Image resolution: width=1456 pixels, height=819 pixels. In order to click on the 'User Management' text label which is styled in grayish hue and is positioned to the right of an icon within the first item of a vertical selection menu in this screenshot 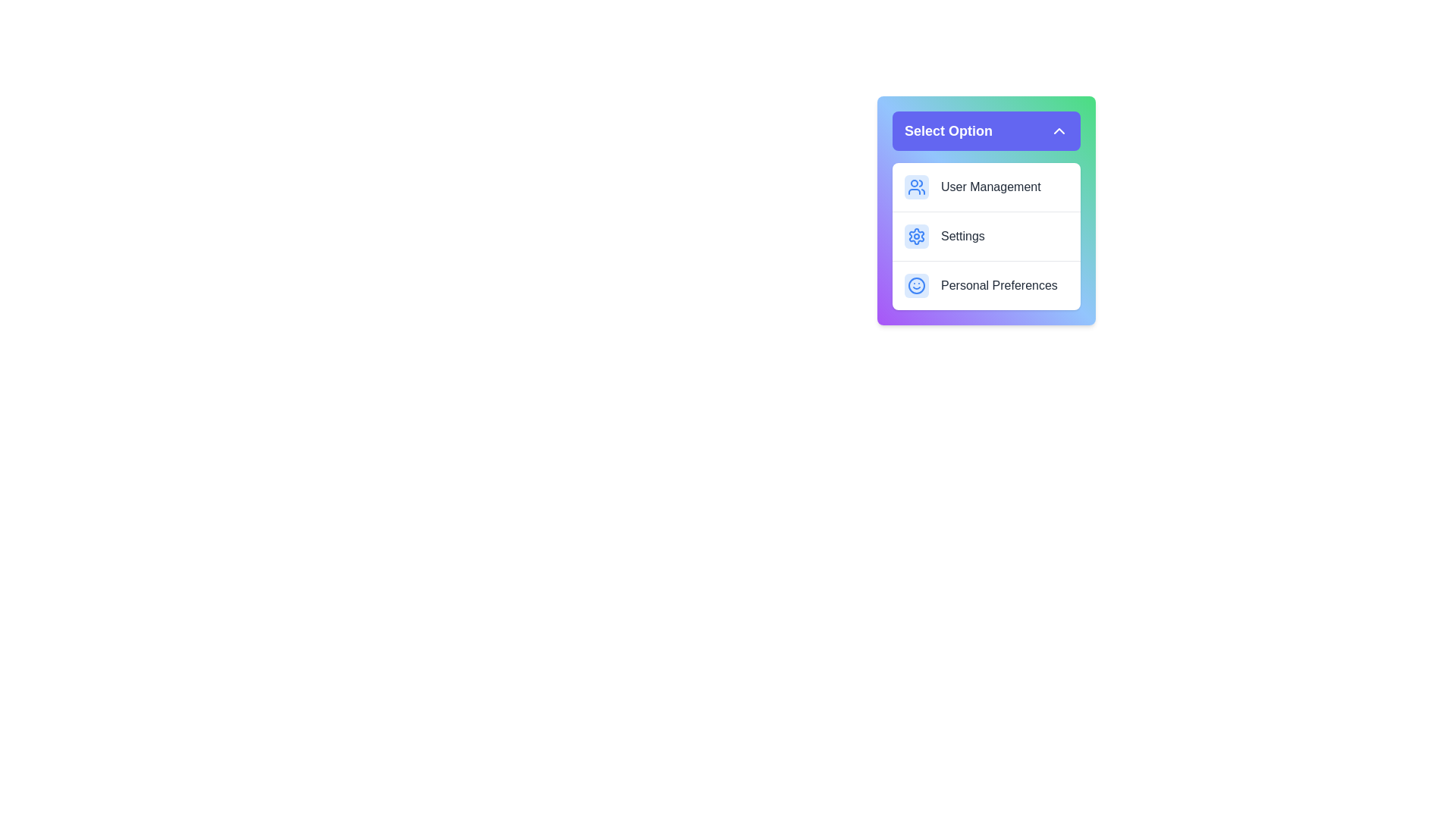, I will do `click(990, 186)`.